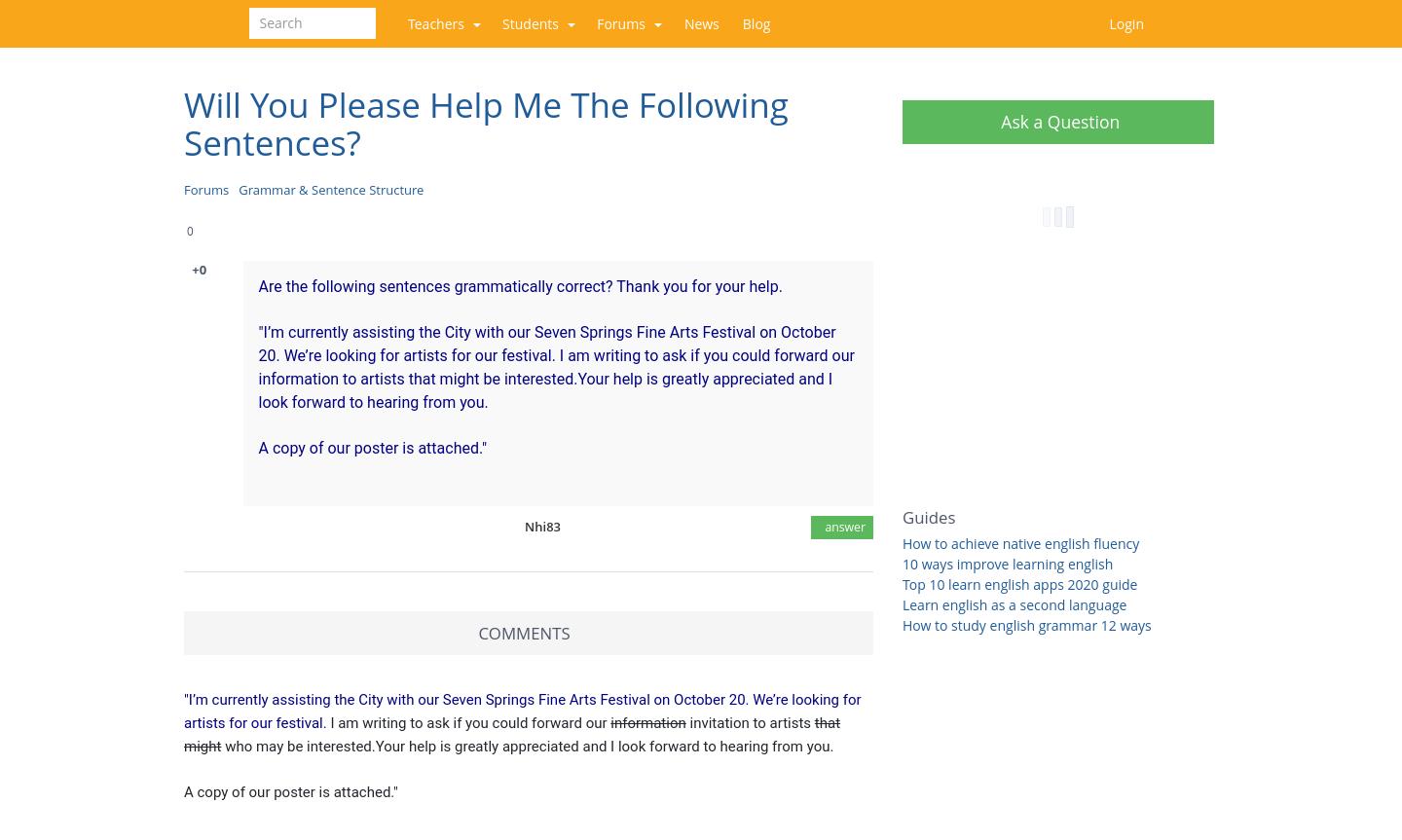 The height and width of the screenshot is (840, 1402). Describe the element at coordinates (1014, 603) in the screenshot. I see `'Learn english as a second language'` at that location.